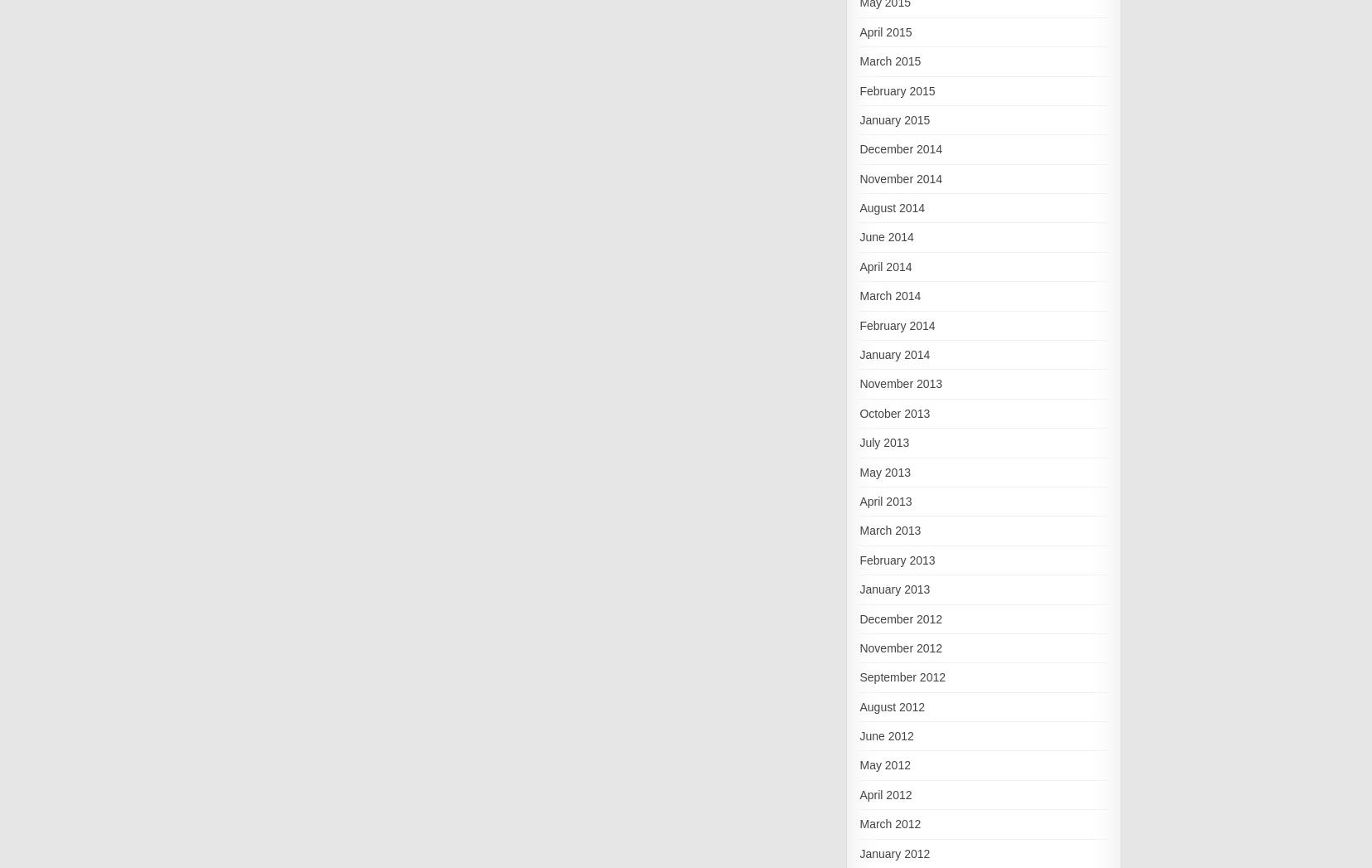 The width and height of the screenshot is (1372, 868). Describe the element at coordinates (884, 265) in the screenshot. I see `'April 2014'` at that location.